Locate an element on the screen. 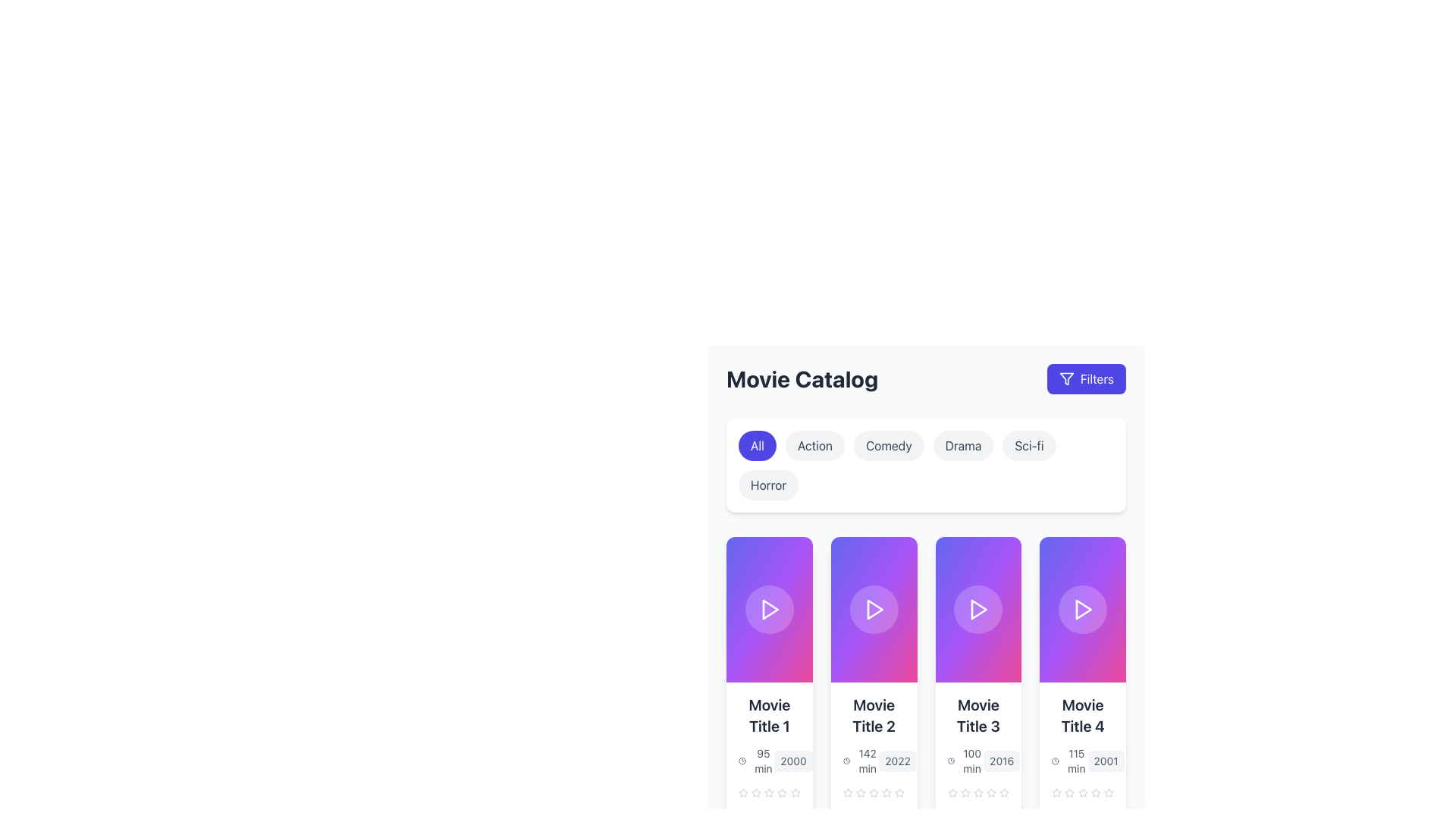  the third star icon in the rating system below 'Movie Title 3' is located at coordinates (965, 792).